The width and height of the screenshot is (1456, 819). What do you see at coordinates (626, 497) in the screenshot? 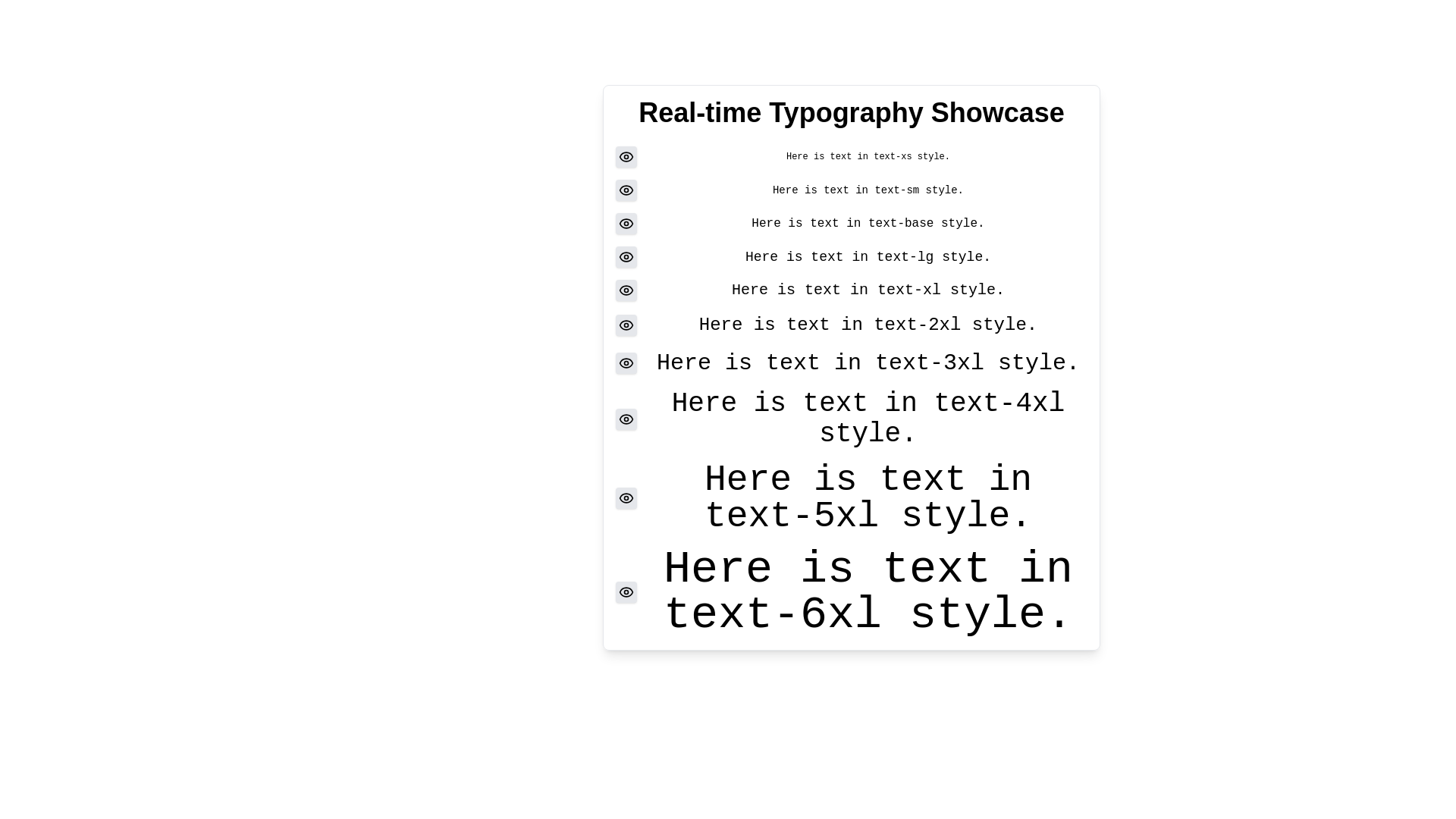
I see `the small black eye-shaped icon with a hollow circular center near the bottom section of the left sidebar` at bounding box center [626, 497].